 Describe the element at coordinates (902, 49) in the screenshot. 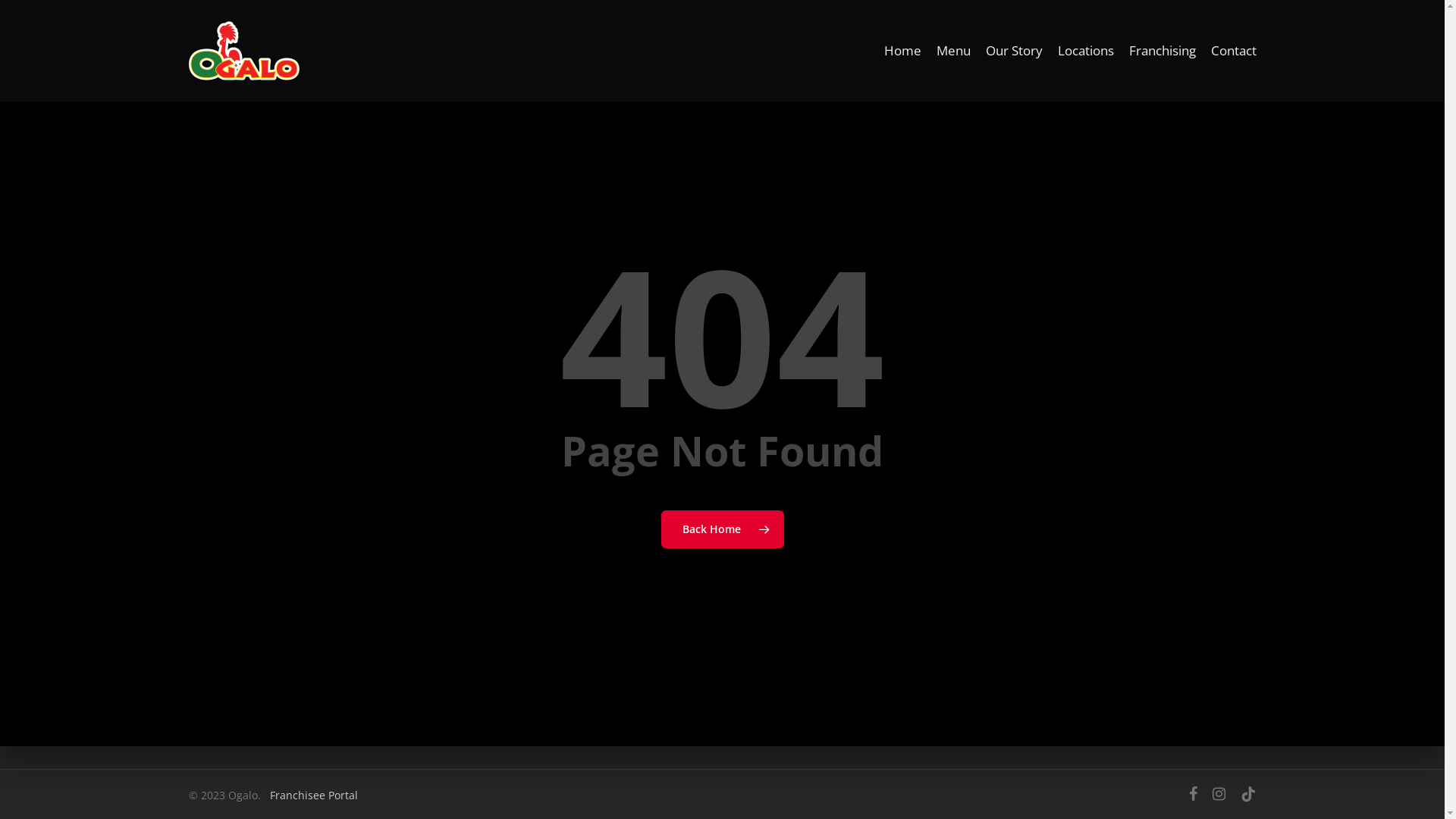

I see `'Home'` at that location.